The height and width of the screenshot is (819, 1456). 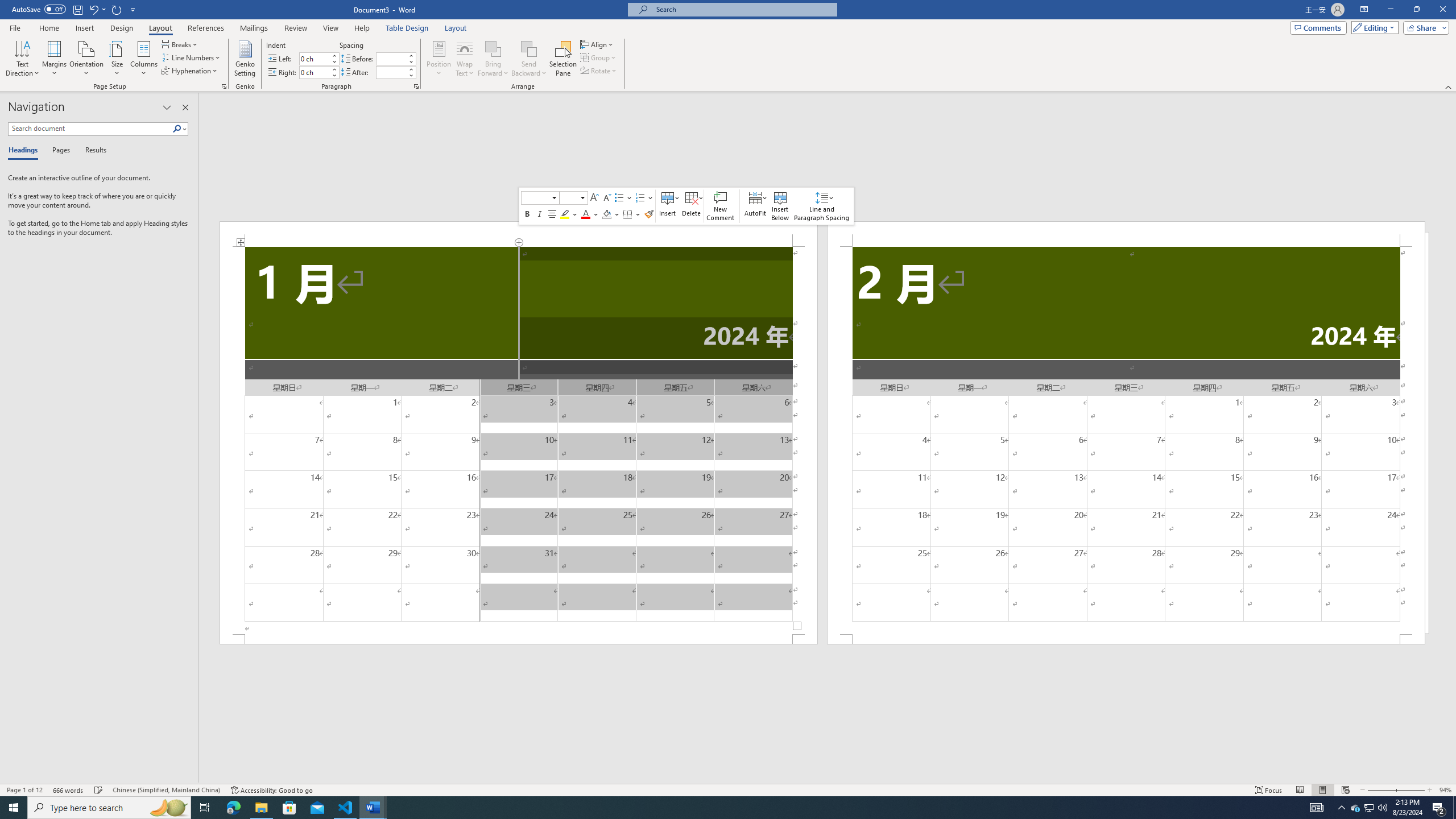 I want to click on 'Page 2 content', so click(x=1126, y=440).